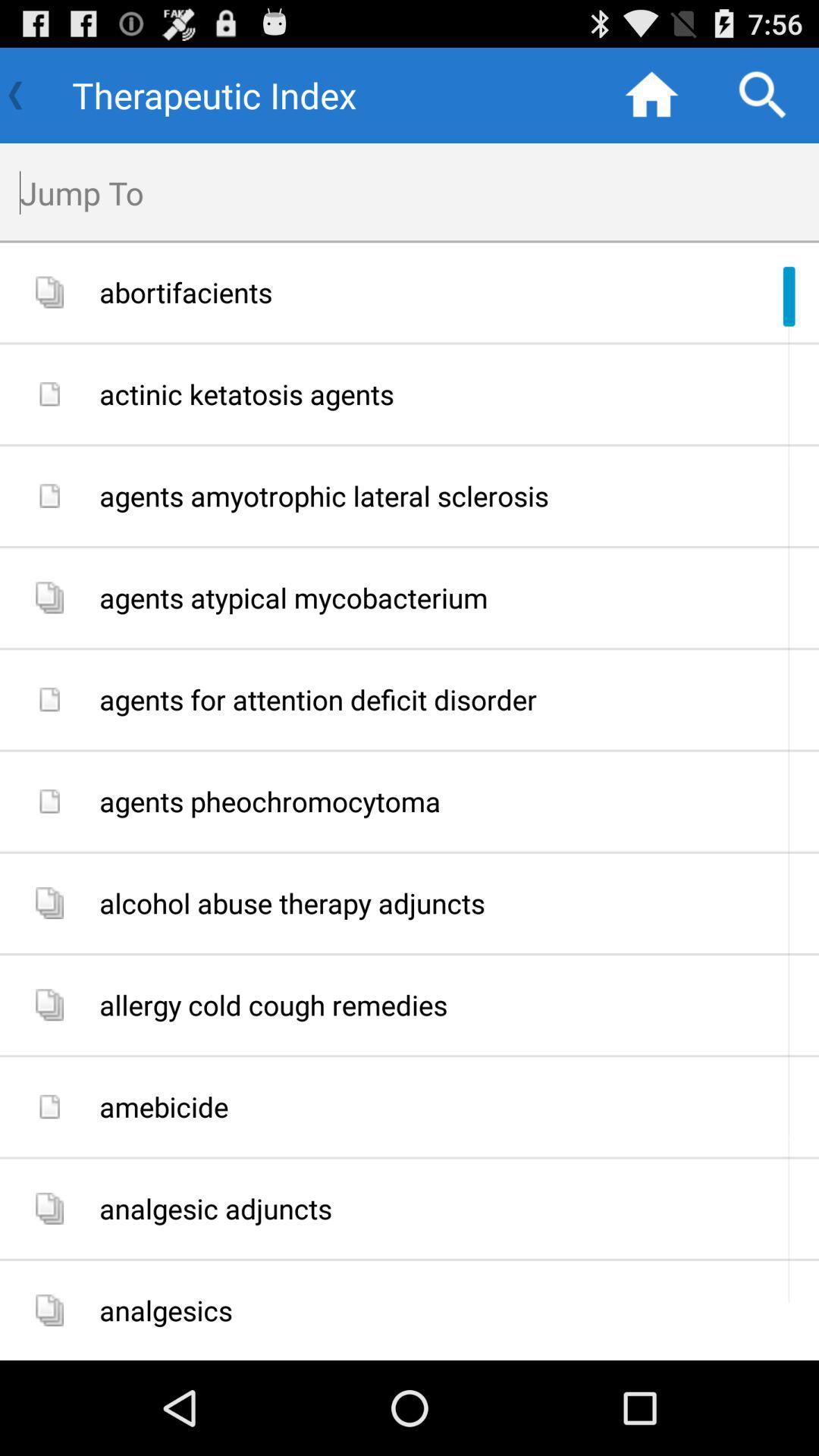 The image size is (819, 1456). Describe the element at coordinates (453, 1005) in the screenshot. I see `allergy cold cough item` at that location.